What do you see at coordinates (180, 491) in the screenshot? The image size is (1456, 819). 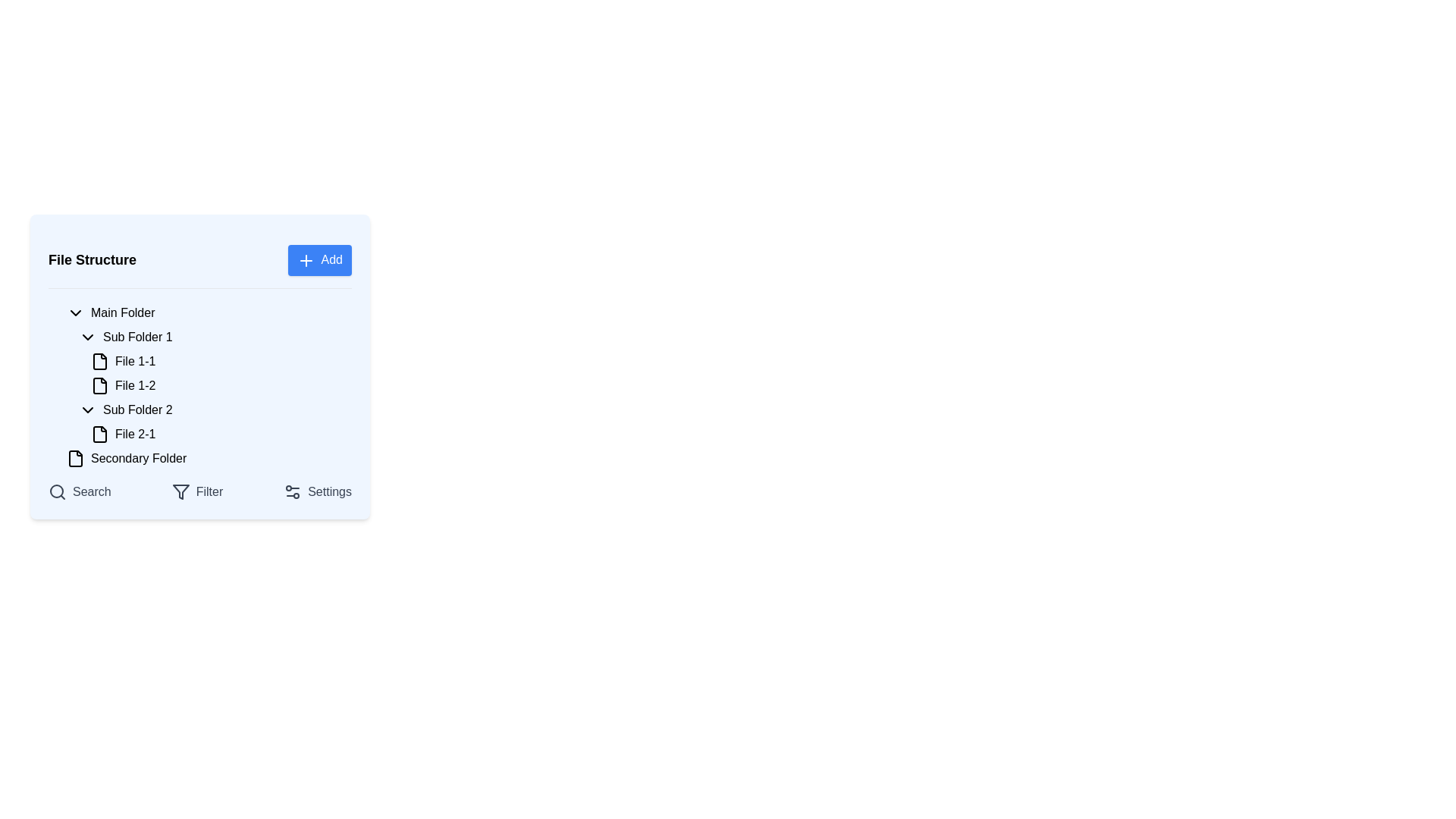 I see `the filter icon, styled as an inverted triangle funnel, located to the left of the 'Filter' text in the bottom navigation menu` at bounding box center [180, 491].